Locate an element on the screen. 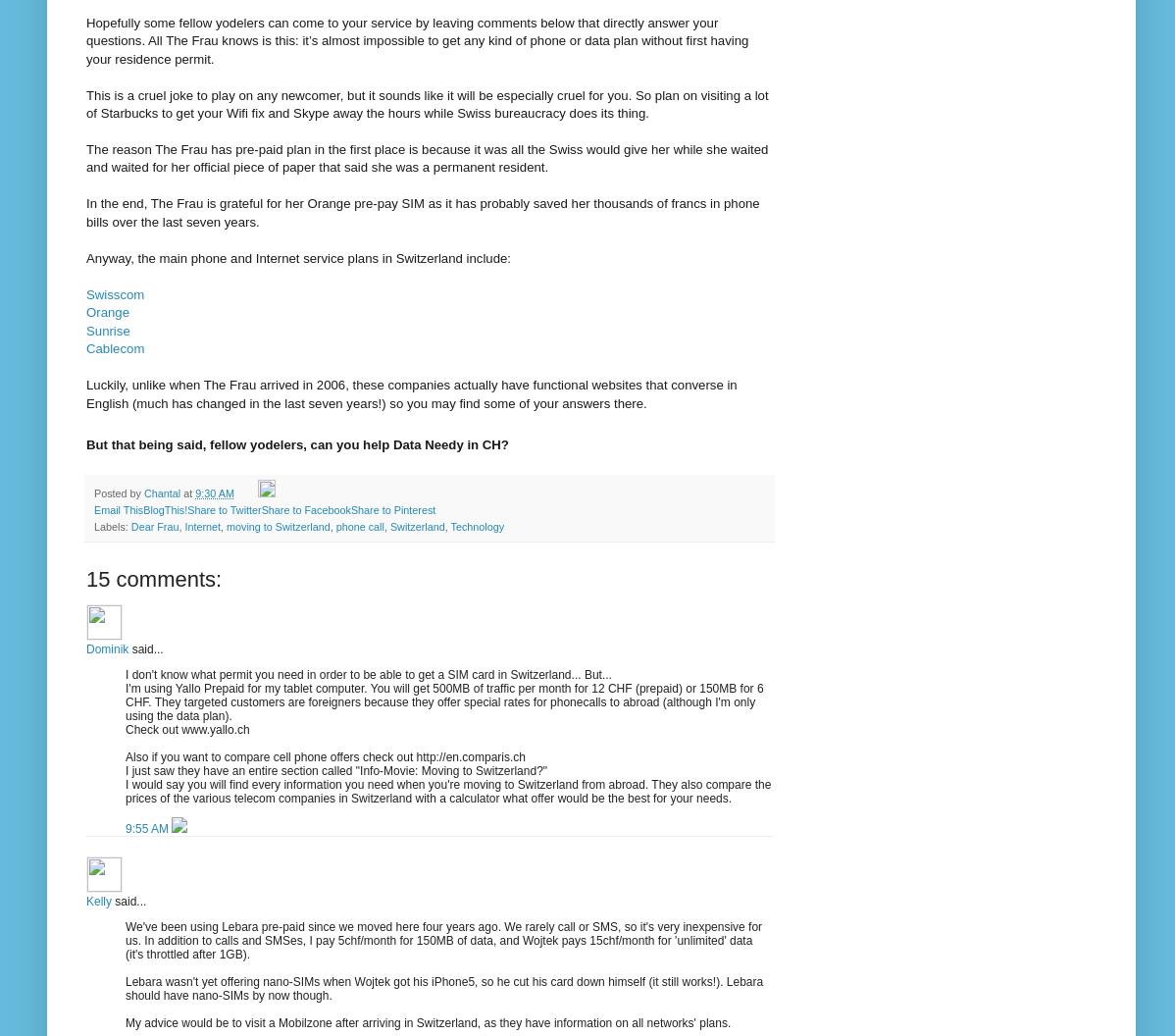 The width and height of the screenshot is (1175, 1036). 'Share to Twitter' is located at coordinates (185, 508).